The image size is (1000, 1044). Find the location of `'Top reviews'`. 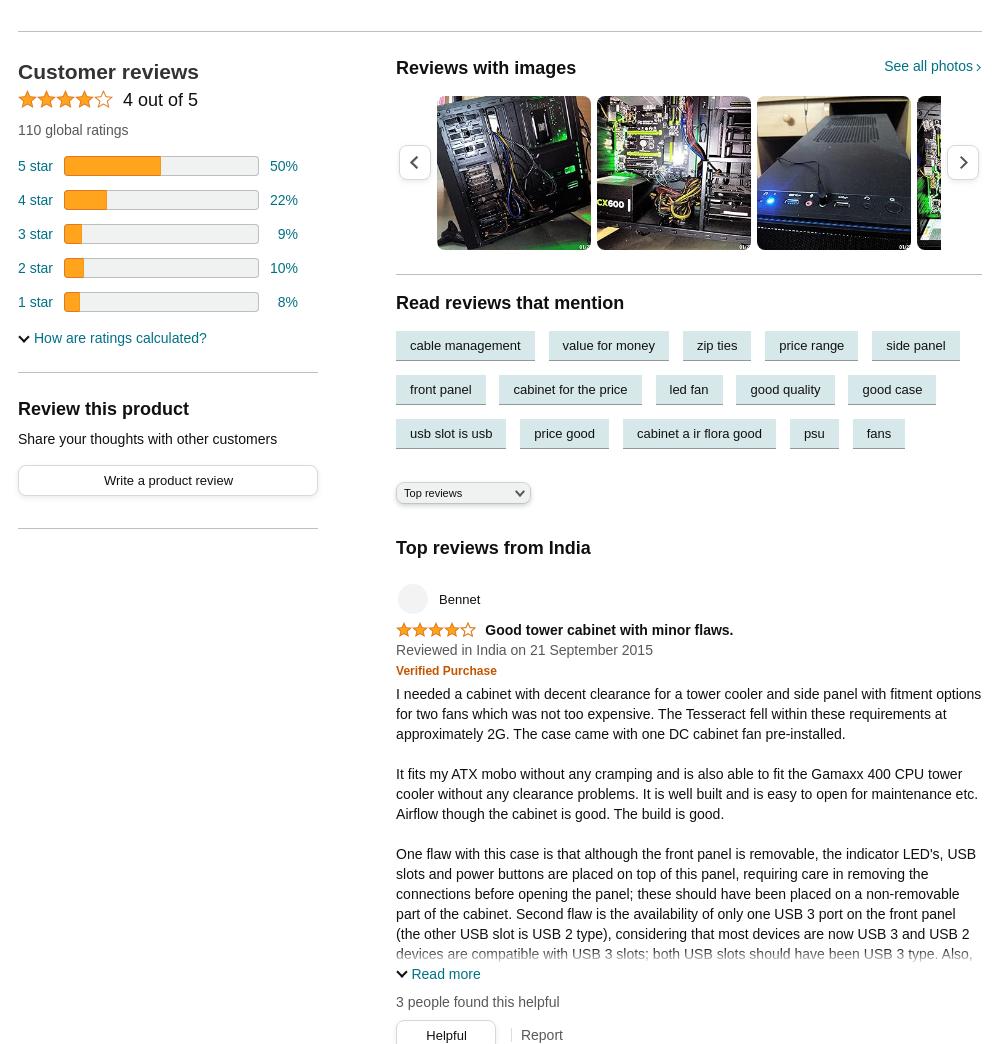

'Top reviews' is located at coordinates (404, 492).